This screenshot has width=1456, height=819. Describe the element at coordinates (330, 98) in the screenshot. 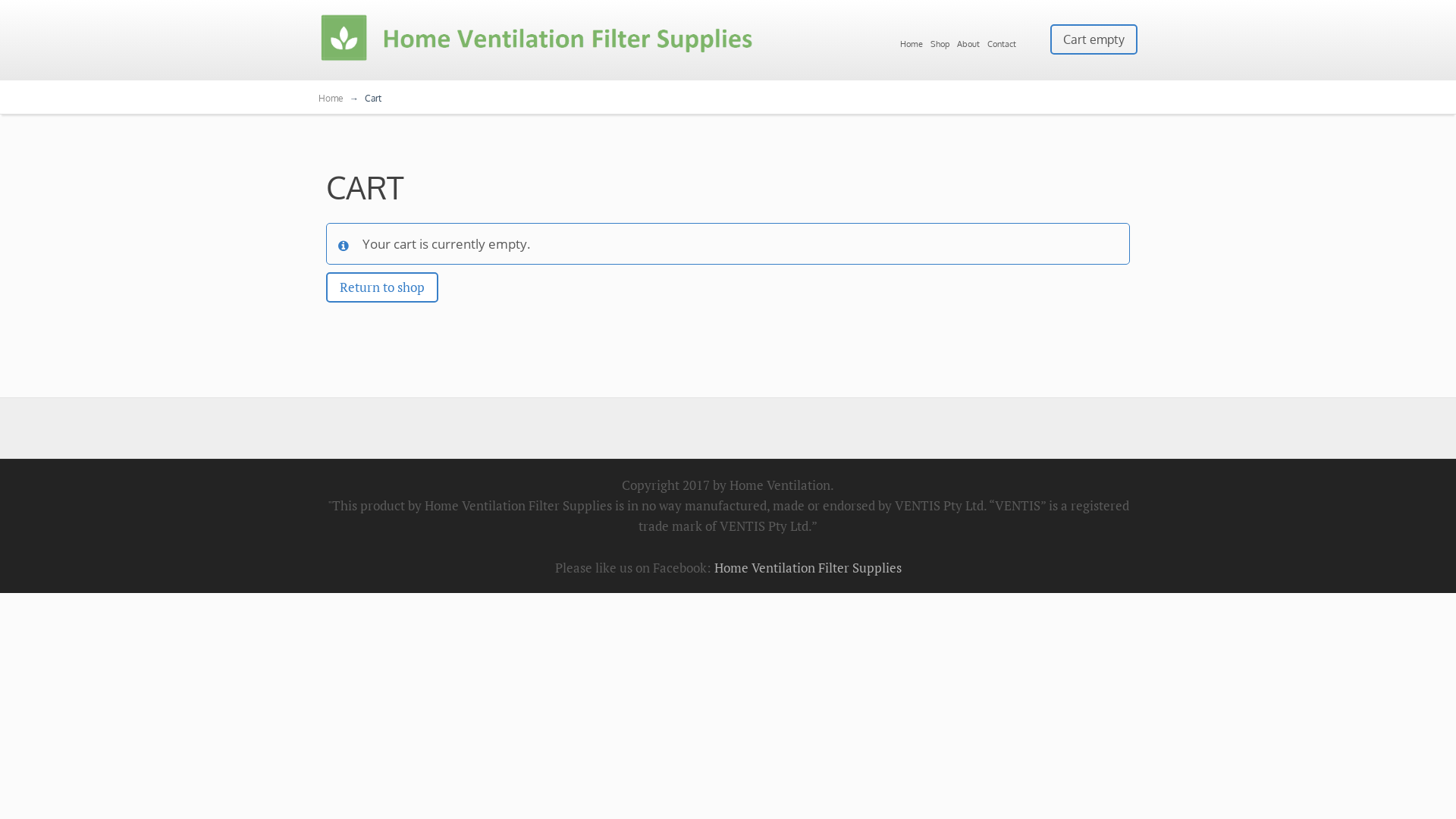

I see `'Home'` at that location.